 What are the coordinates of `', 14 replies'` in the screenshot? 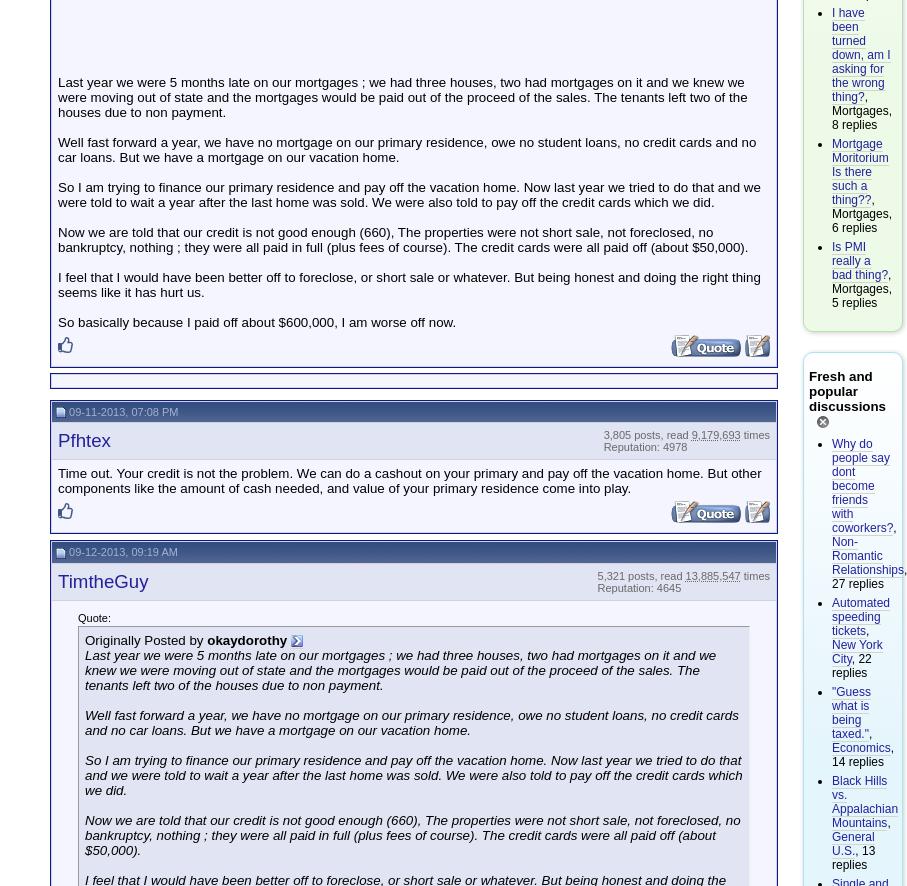 It's located at (830, 753).